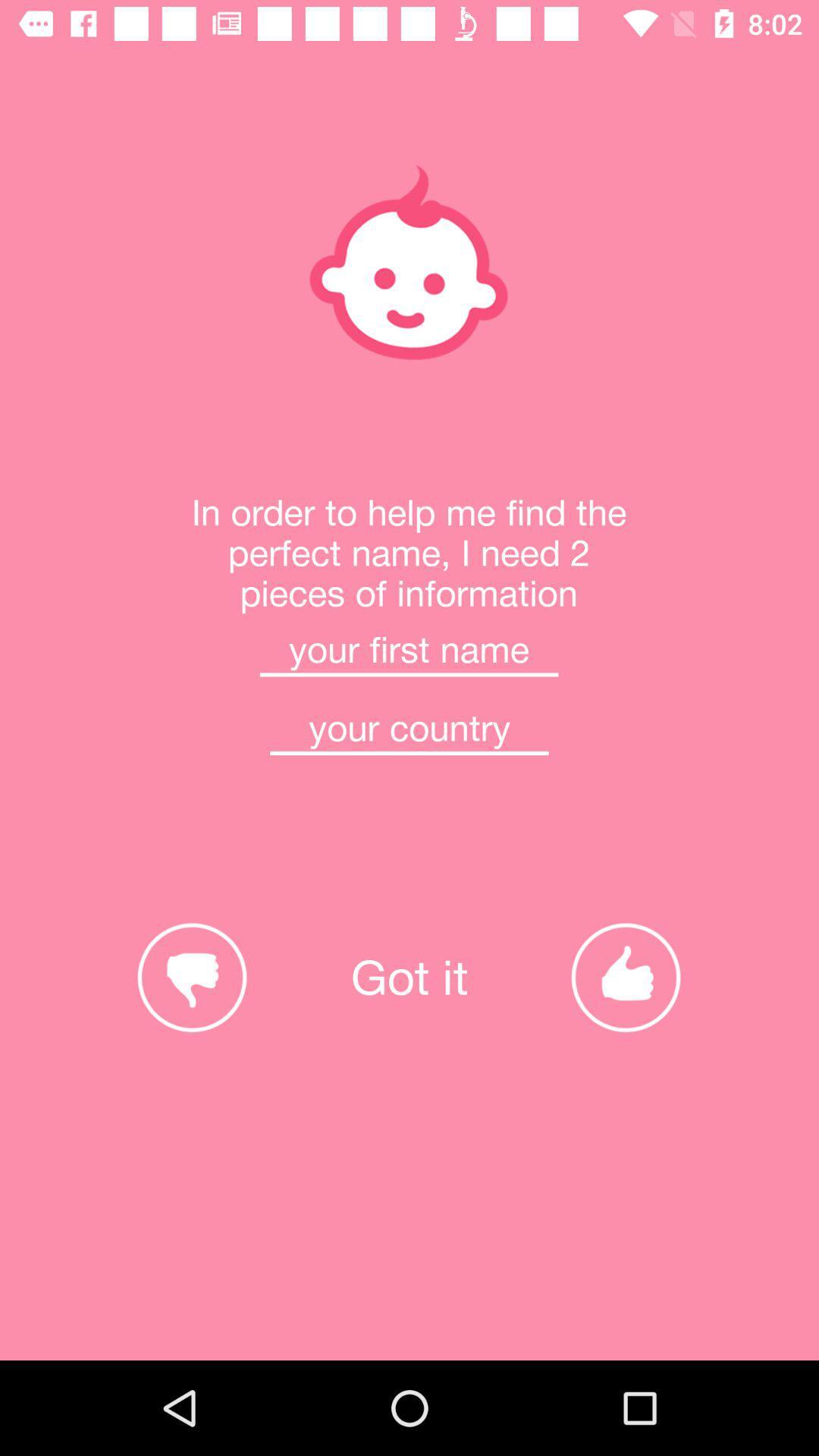 The width and height of the screenshot is (819, 1456). Describe the element at coordinates (626, 978) in the screenshot. I see `the thumbs_up icon` at that location.